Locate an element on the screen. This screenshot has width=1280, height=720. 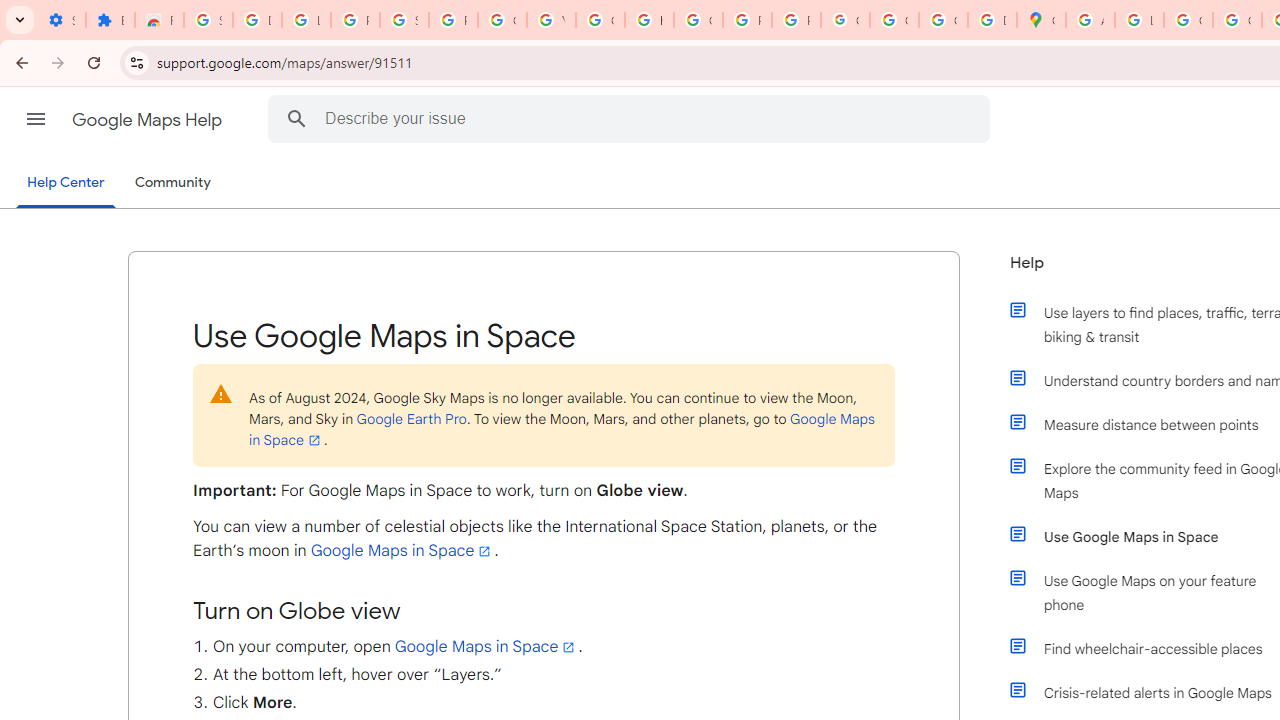
'YouTube' is located at coordinates (551, 20).